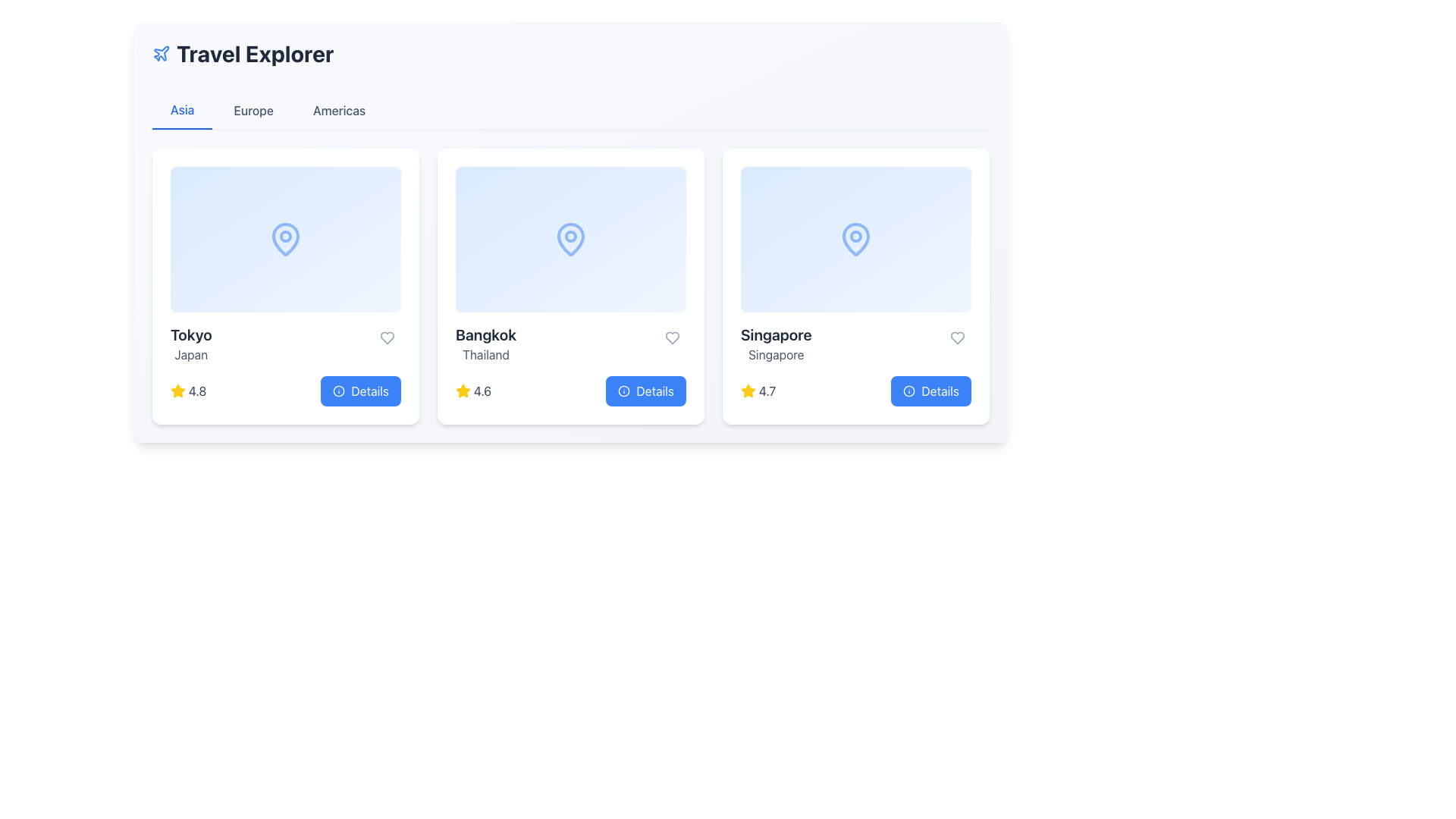 This screenshot has width=1456, height=819. Describe the element at coordinates (161, 52) in the screenshot. I see `the decorative travel-themed icon located to the left of the 'Travel Explorer' branding header at the top of the interface` at that location.